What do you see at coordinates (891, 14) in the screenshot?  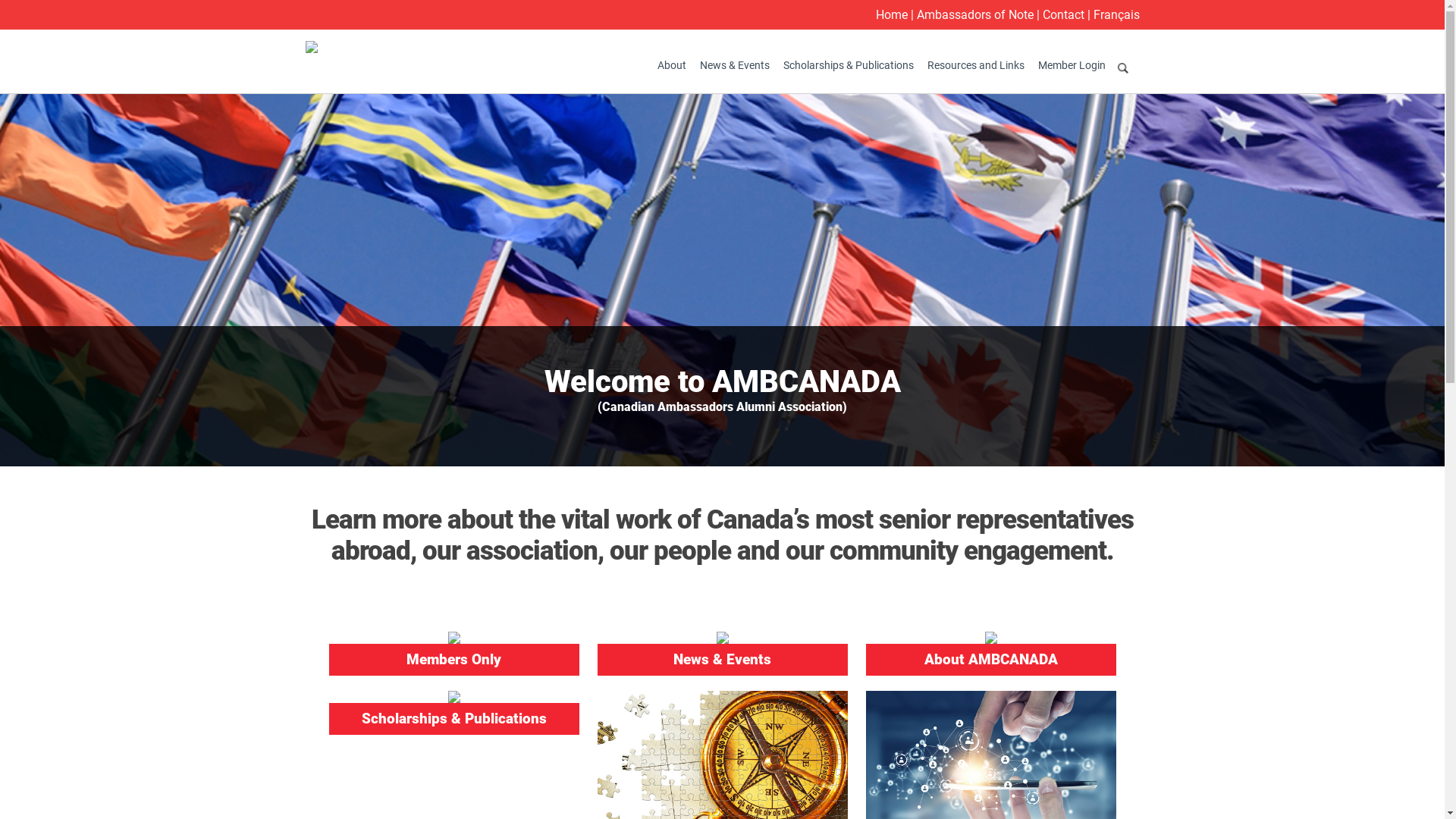 I see `'Home'` at bounding box center [891, 14].